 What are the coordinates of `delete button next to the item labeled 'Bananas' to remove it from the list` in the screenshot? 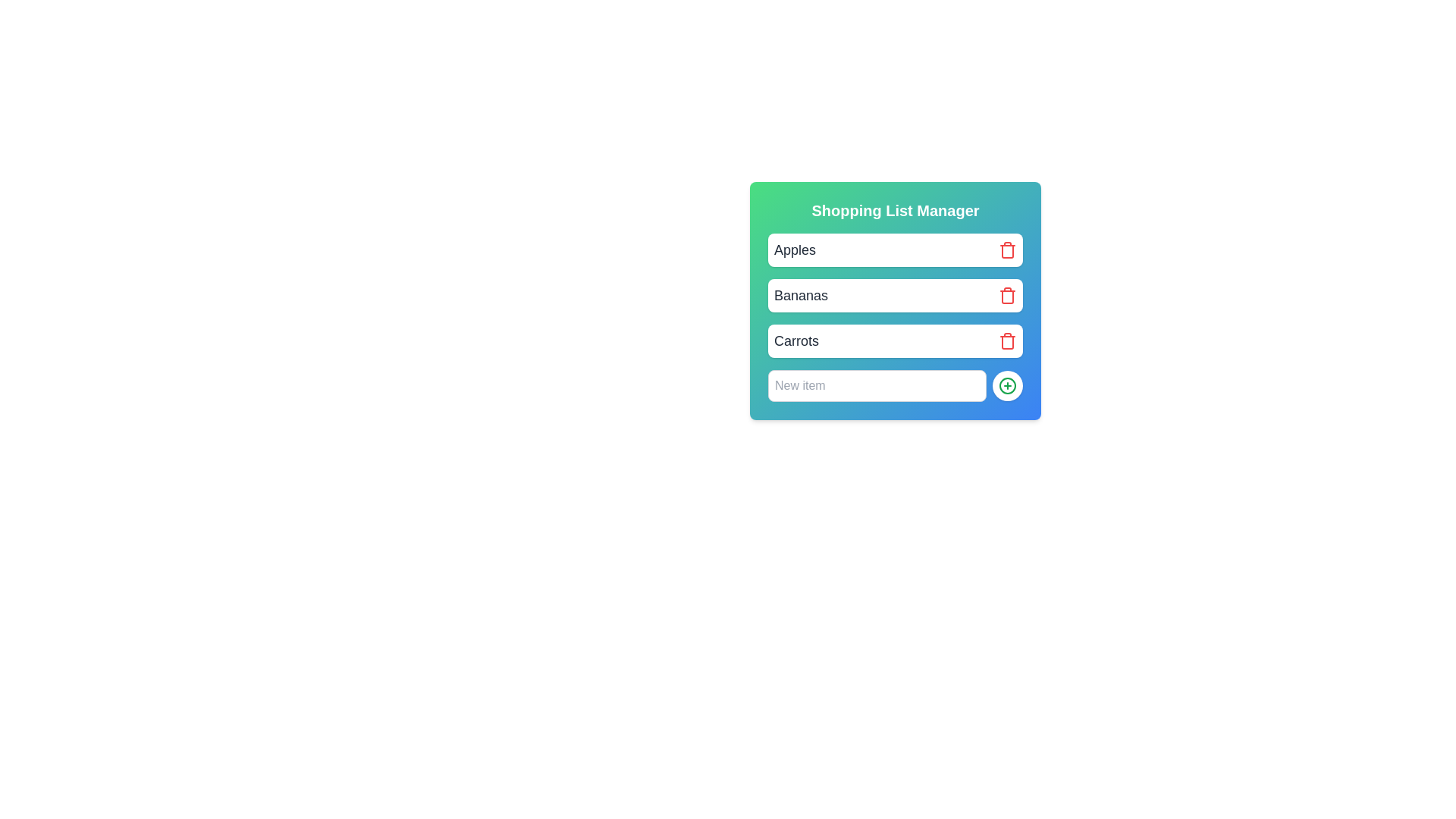 It's located at (1008, 295).